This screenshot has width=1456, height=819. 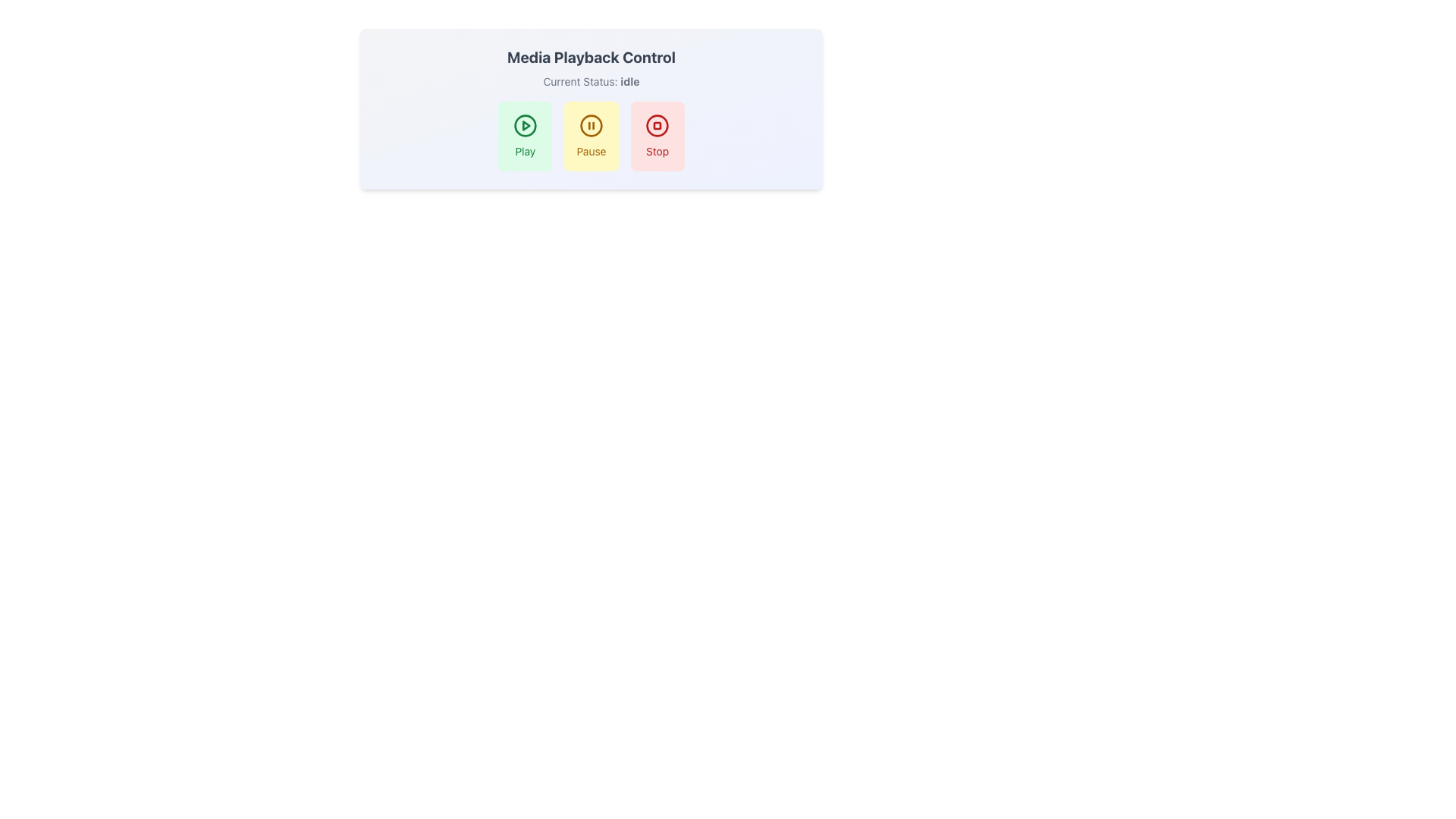 I want to click on the entire pause button, which is part of the Media Playback Control section and visually represented by a circular icon, so click(x=590, y=124).